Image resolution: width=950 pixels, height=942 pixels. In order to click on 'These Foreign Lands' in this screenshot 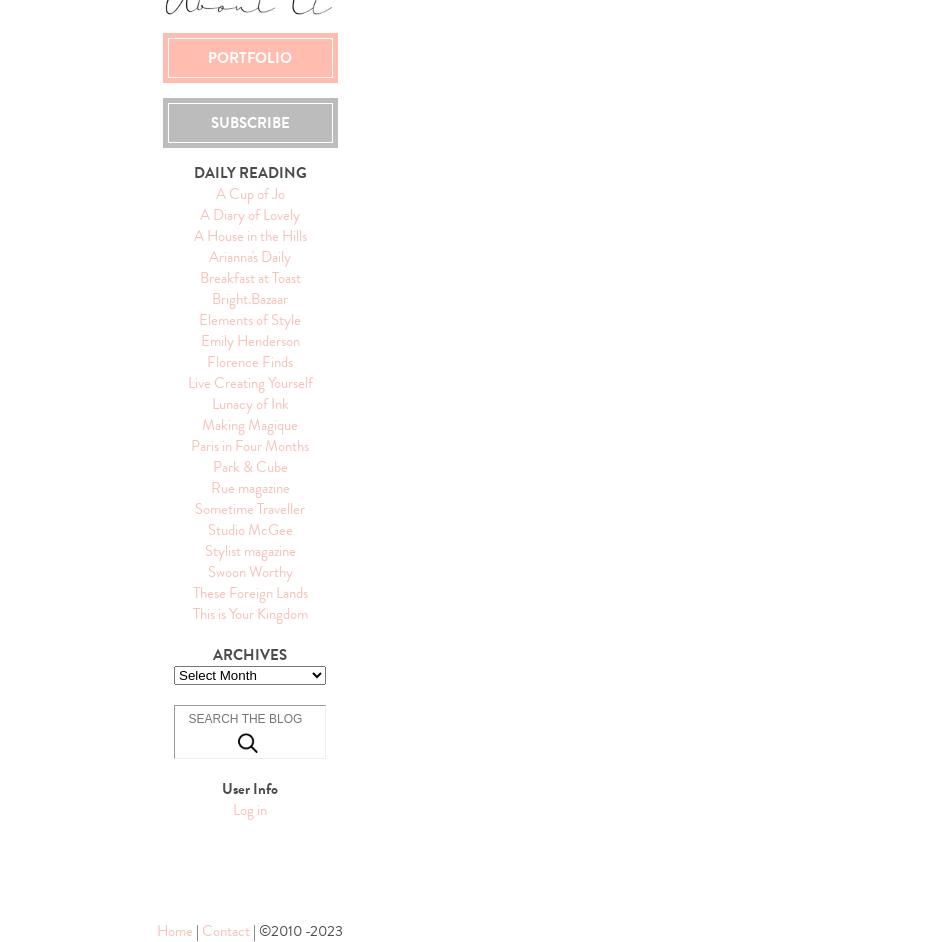, I will do `click(248, 592)`.